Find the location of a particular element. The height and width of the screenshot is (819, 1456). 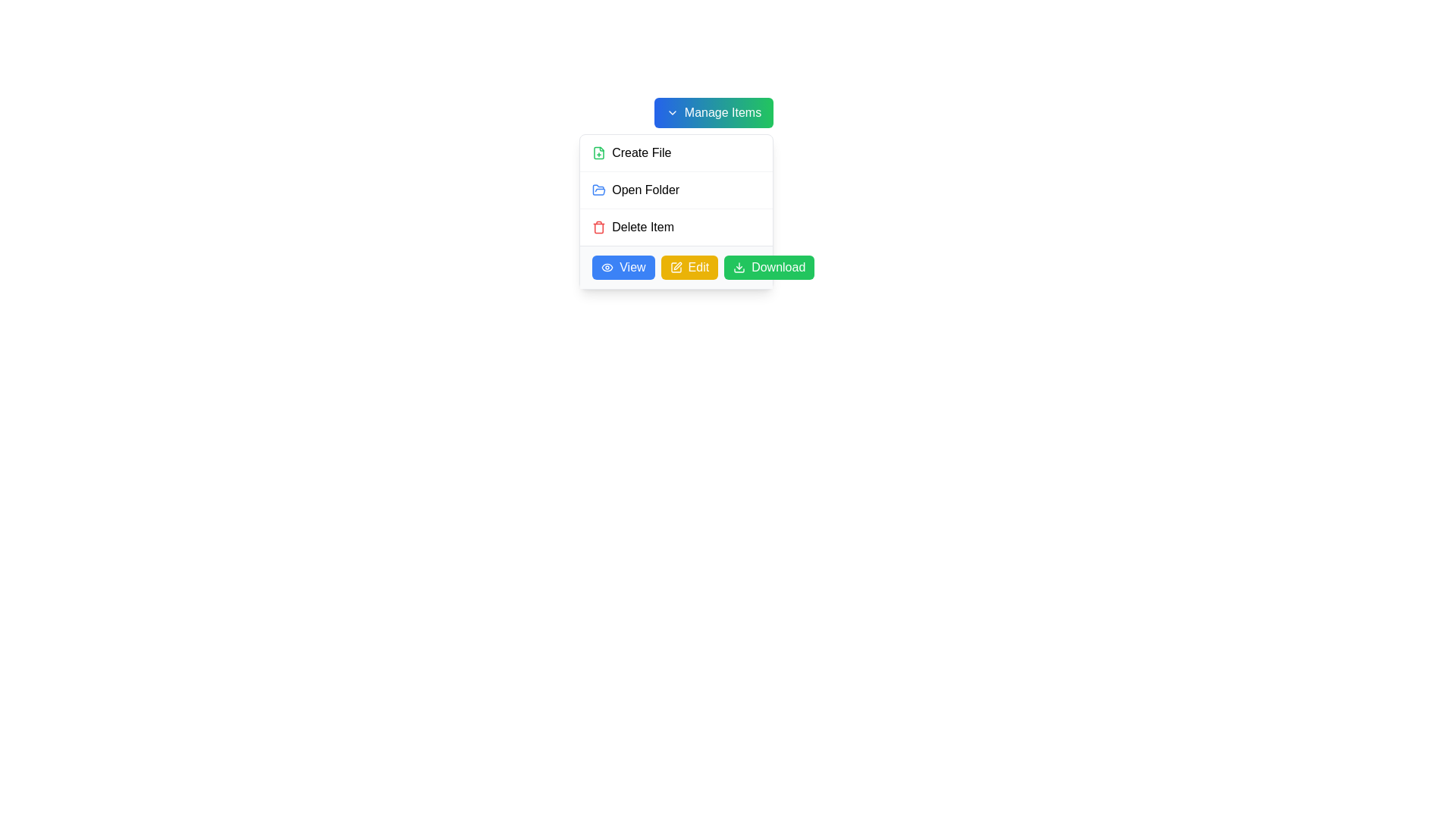

the graphical representation of the 'Edit' icon located within the middle button of a horizontal row of three buttons under a card-like element is located at coordinates (675, 267).